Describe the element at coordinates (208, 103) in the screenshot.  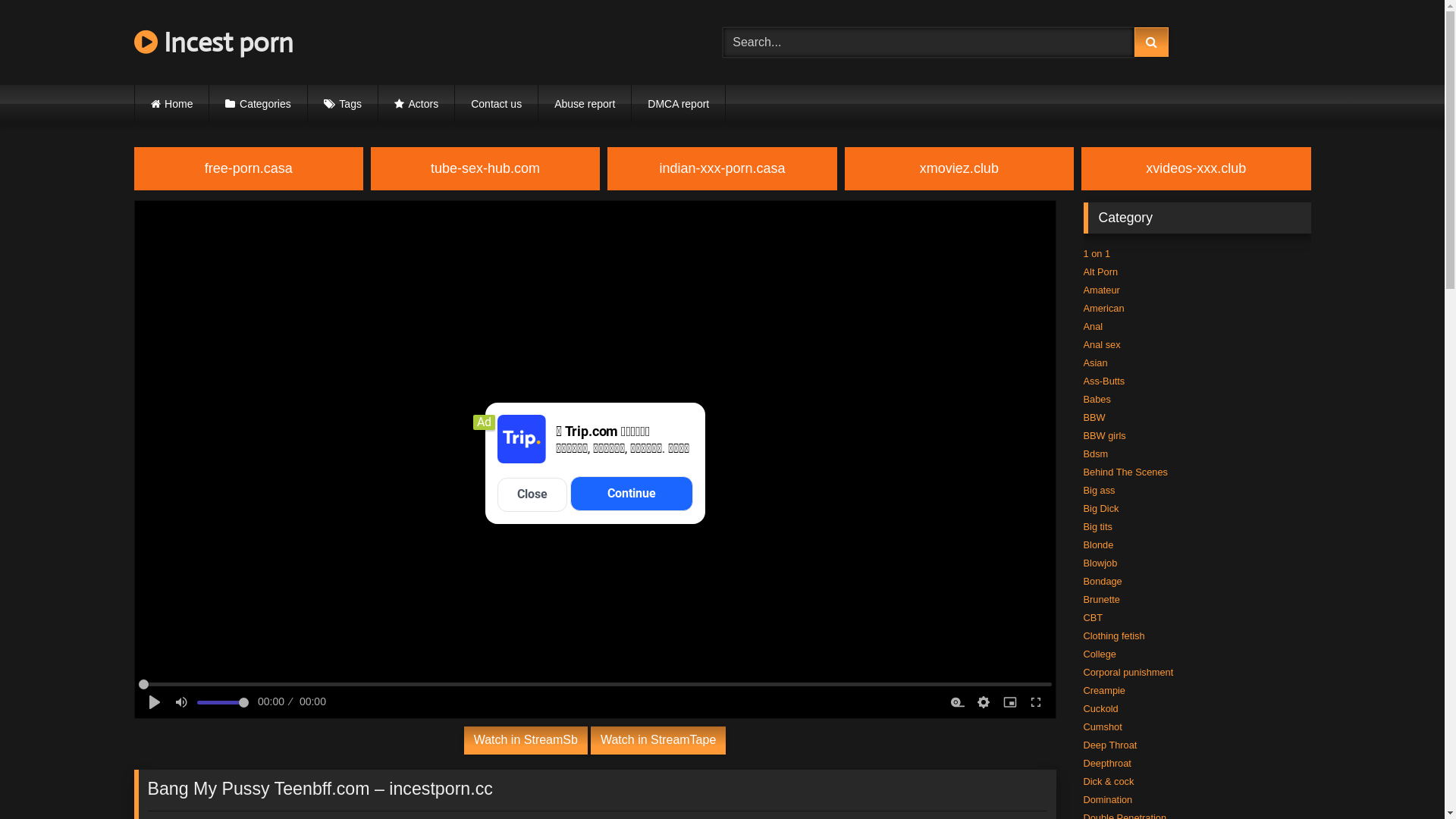
I see `'Categories'` at that location.